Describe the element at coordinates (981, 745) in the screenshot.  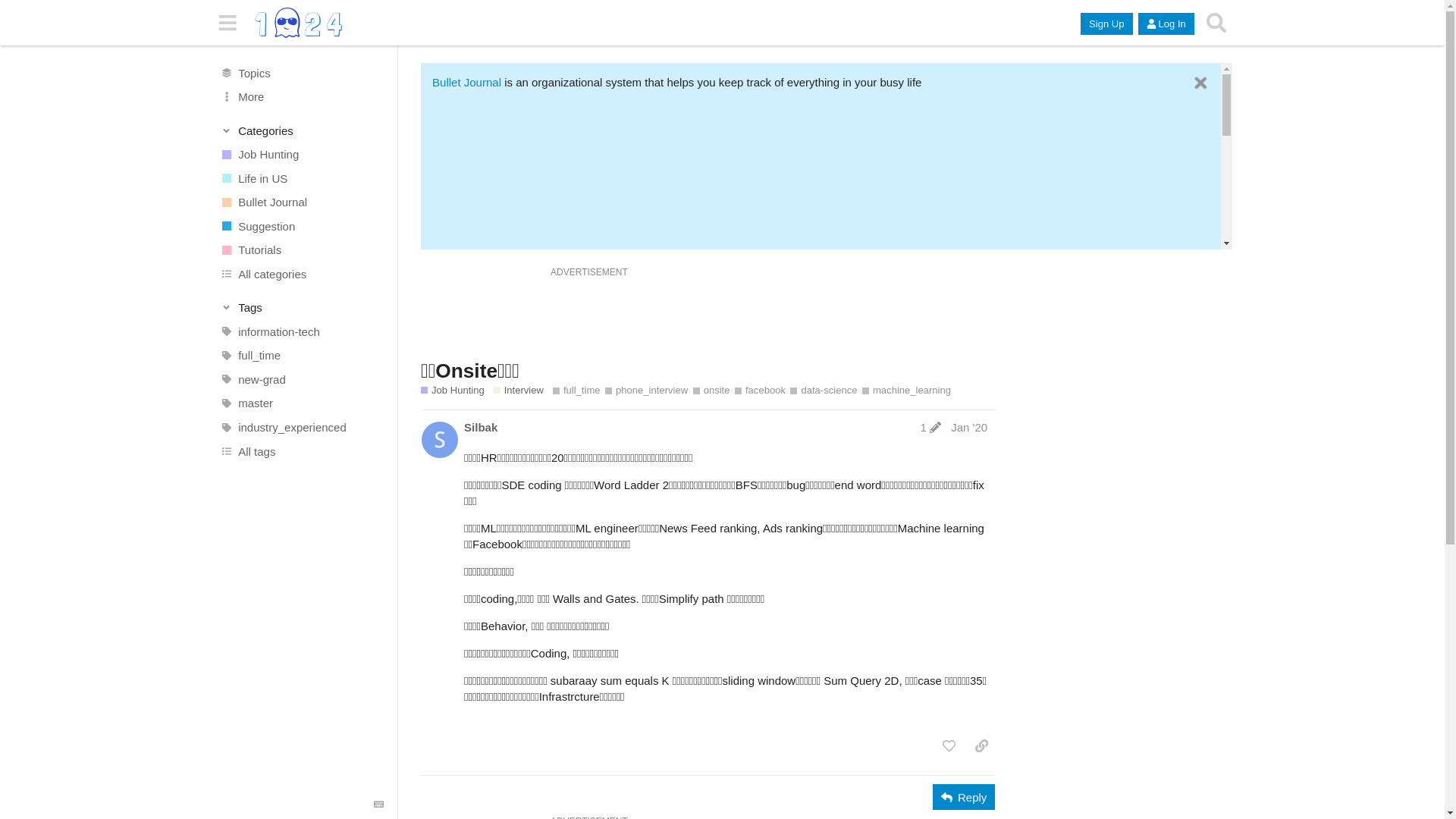
I see `'share a link to this post'` at that location.